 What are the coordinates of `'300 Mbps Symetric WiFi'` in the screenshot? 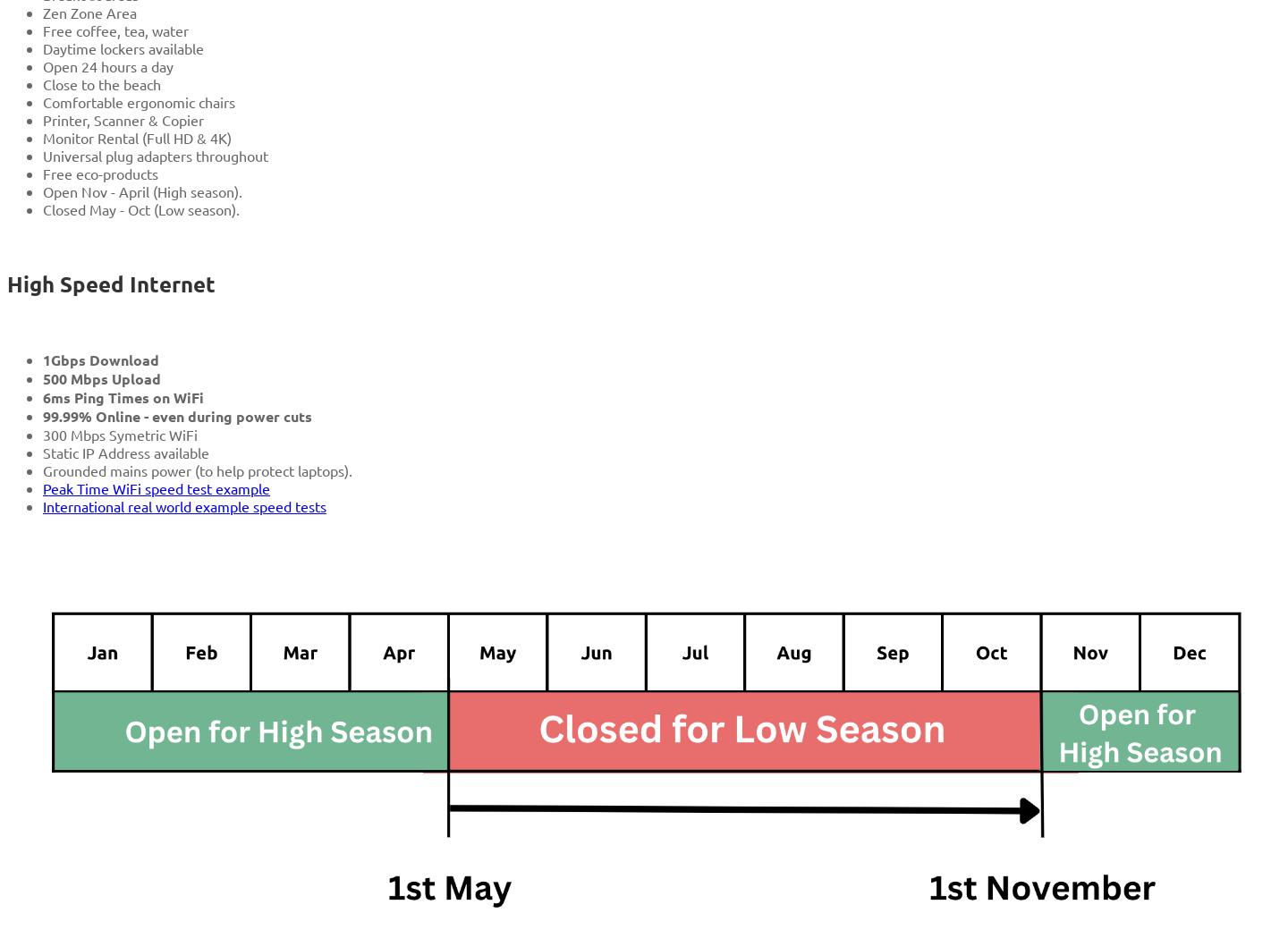 It's located at (119, 434).